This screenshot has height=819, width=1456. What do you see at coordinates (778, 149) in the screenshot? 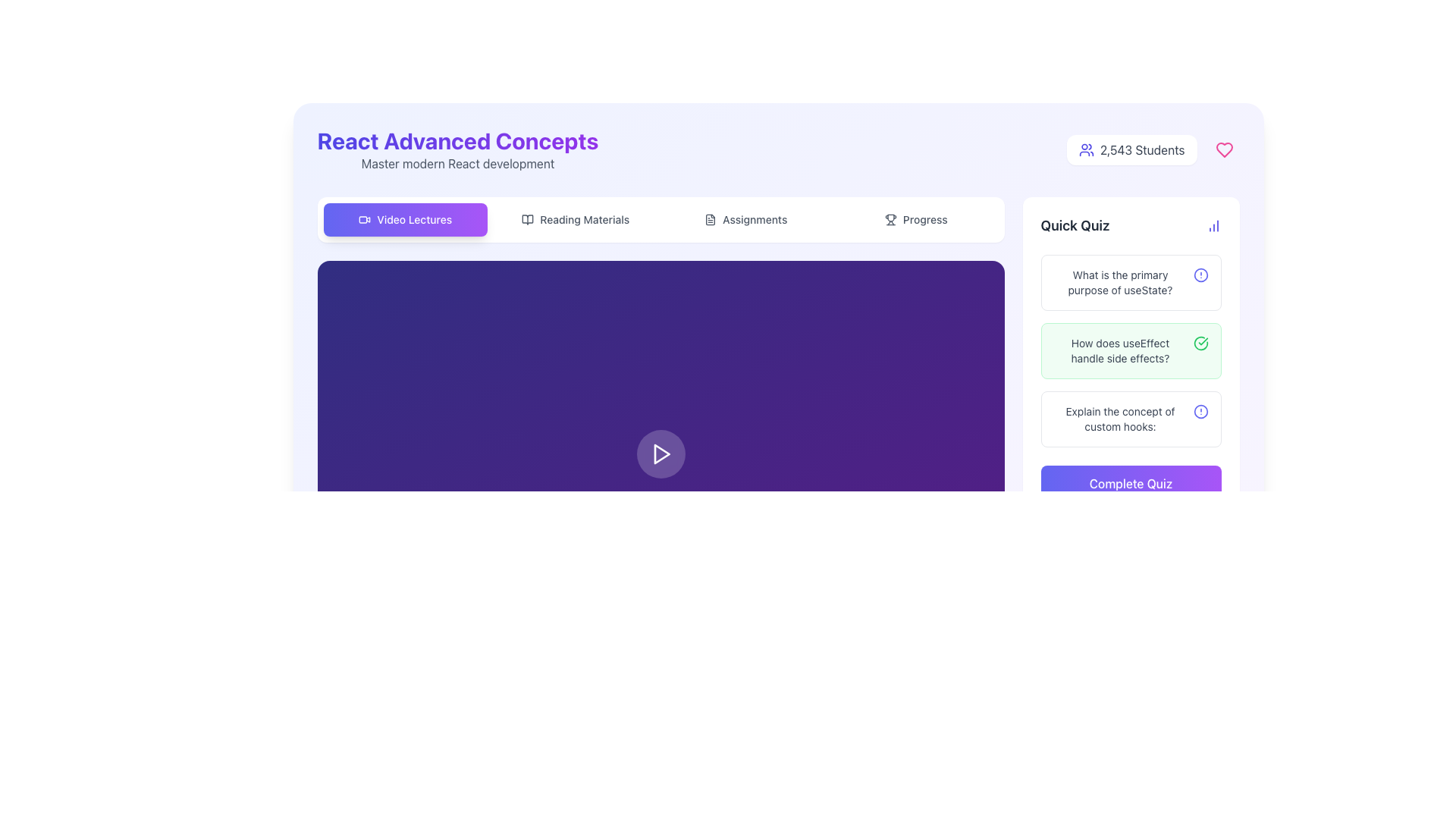
I see `the user-related icon located in the Header section of the React Advanced Concepts informational banner, which is right-aligned with the student count` at bounding box center [778, 149].